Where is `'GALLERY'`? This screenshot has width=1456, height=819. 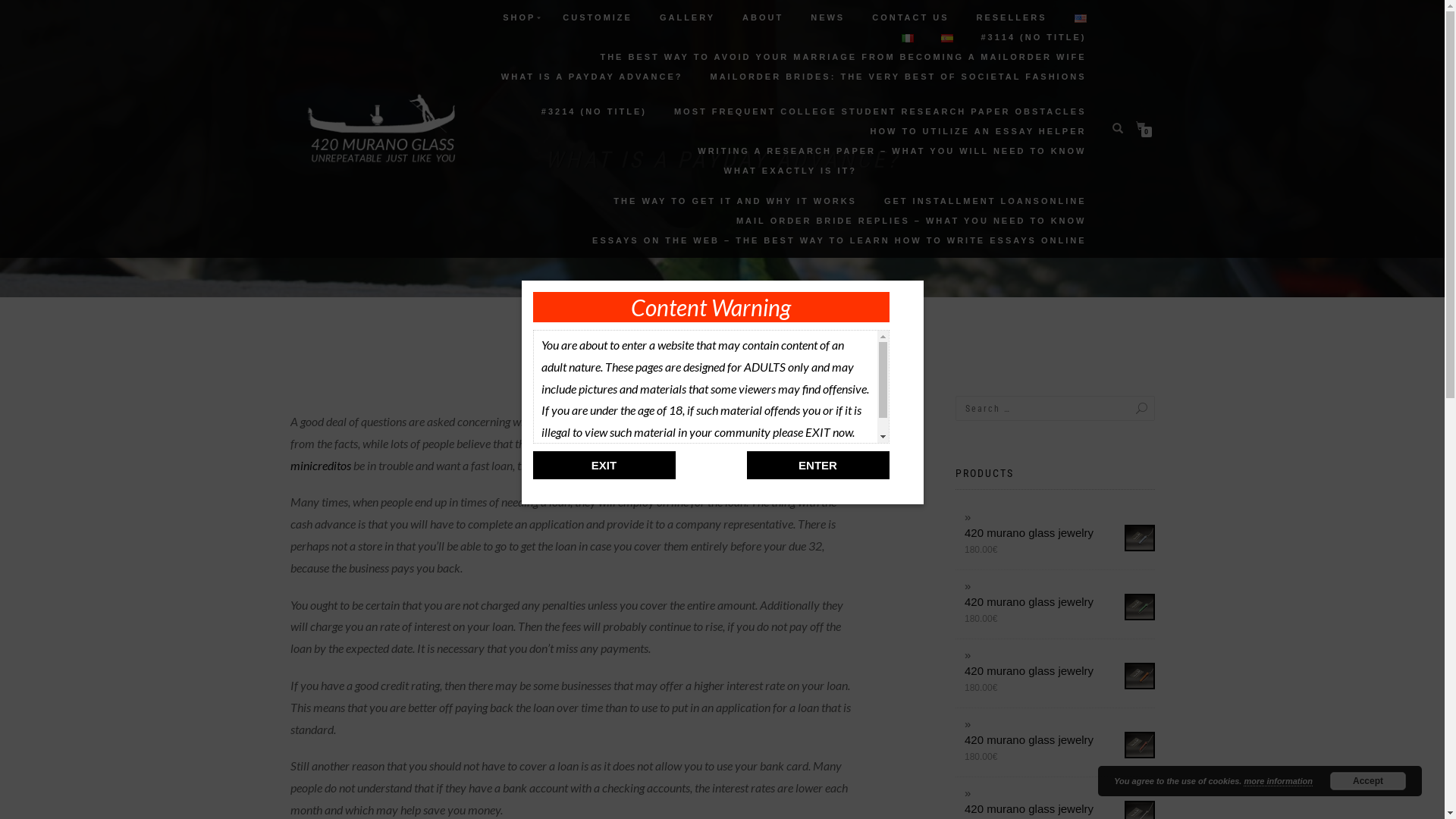
'GALLERY' is located at coordinates (686, 17).